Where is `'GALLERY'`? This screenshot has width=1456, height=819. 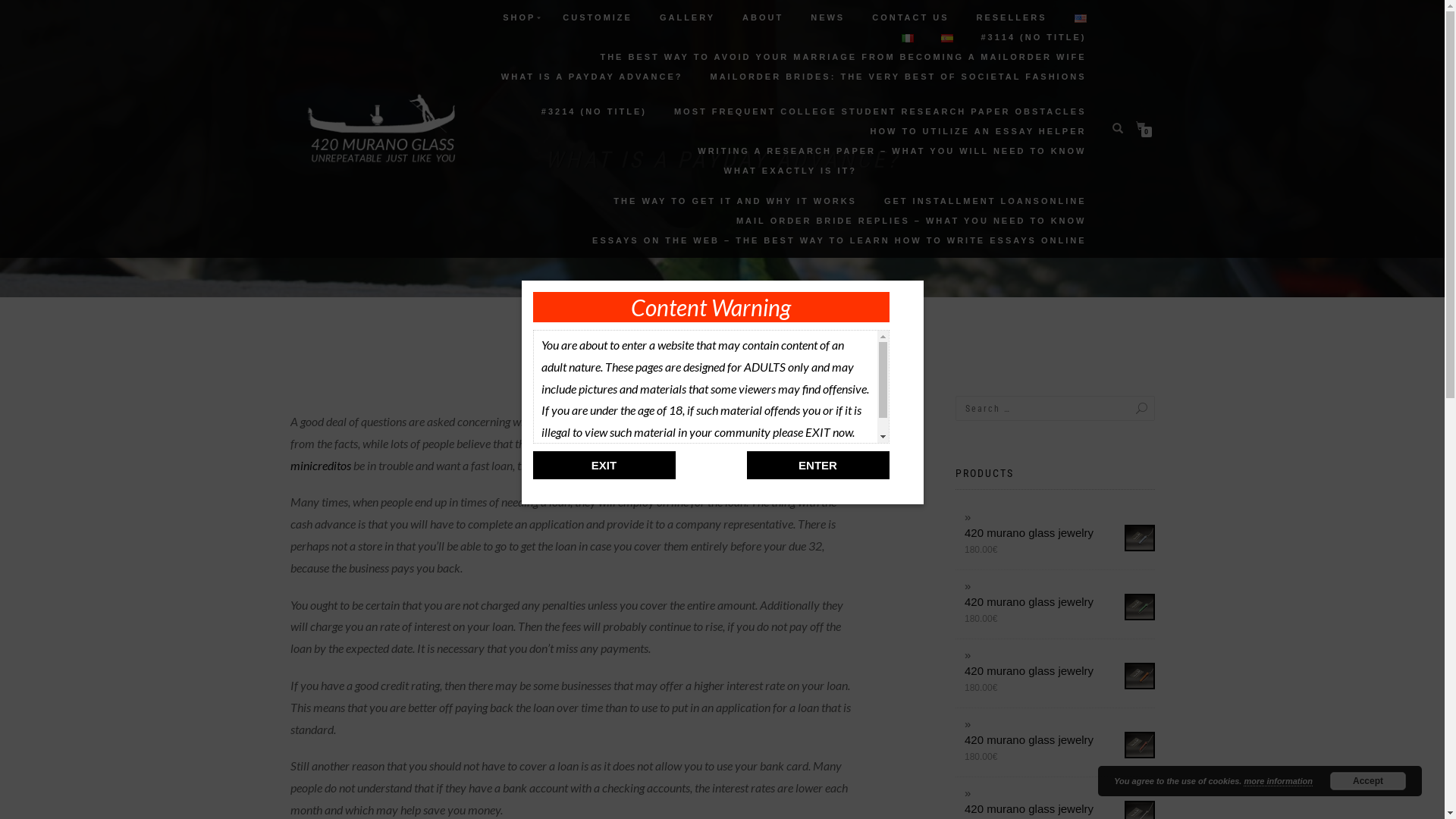
'GALLERY' is located at coordinates (686, 17).